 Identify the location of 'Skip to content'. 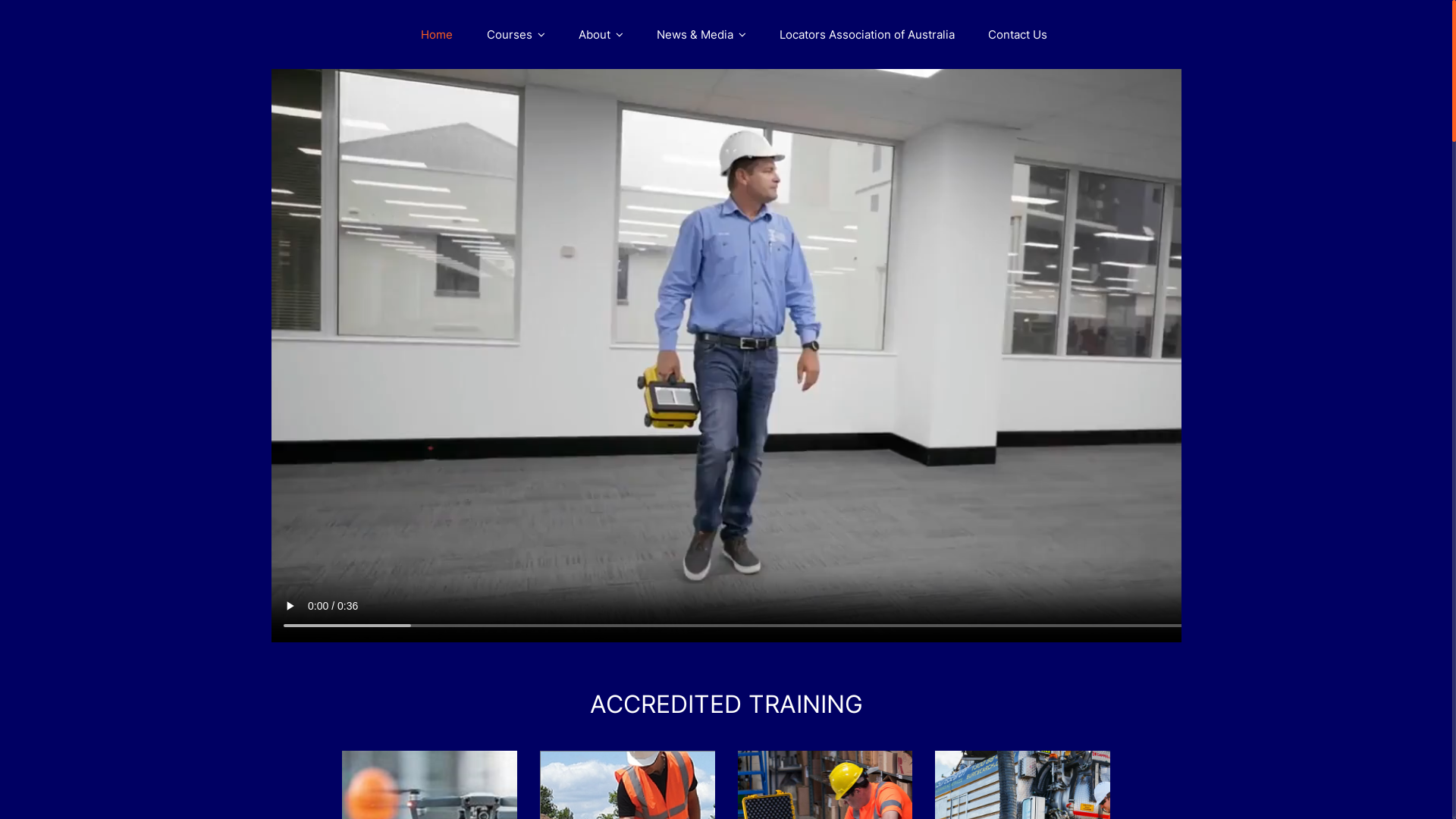
(0, 0).